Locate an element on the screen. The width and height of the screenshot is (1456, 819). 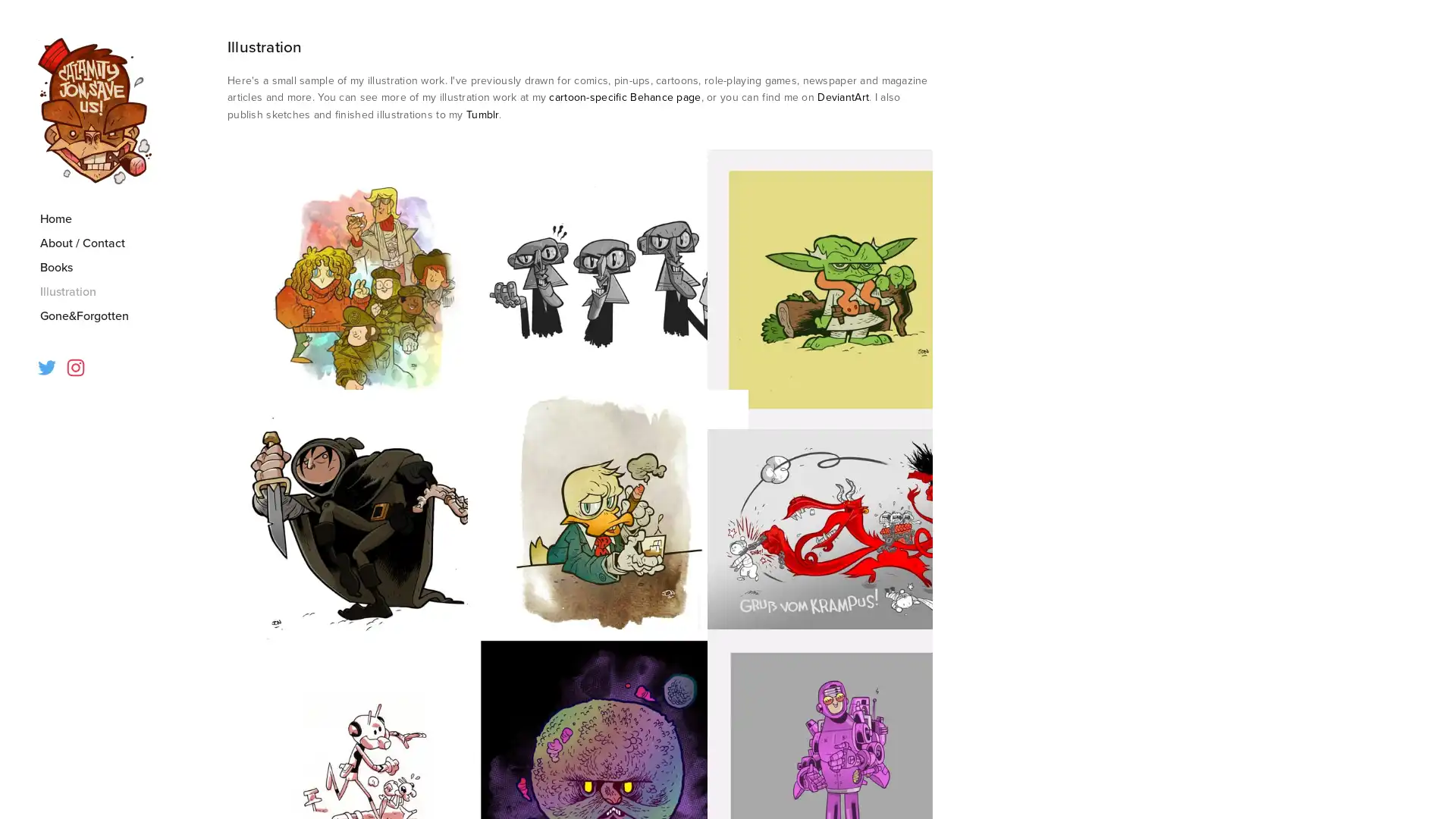
View fullsize illos03.jpg is located at coordinates (818, 260).